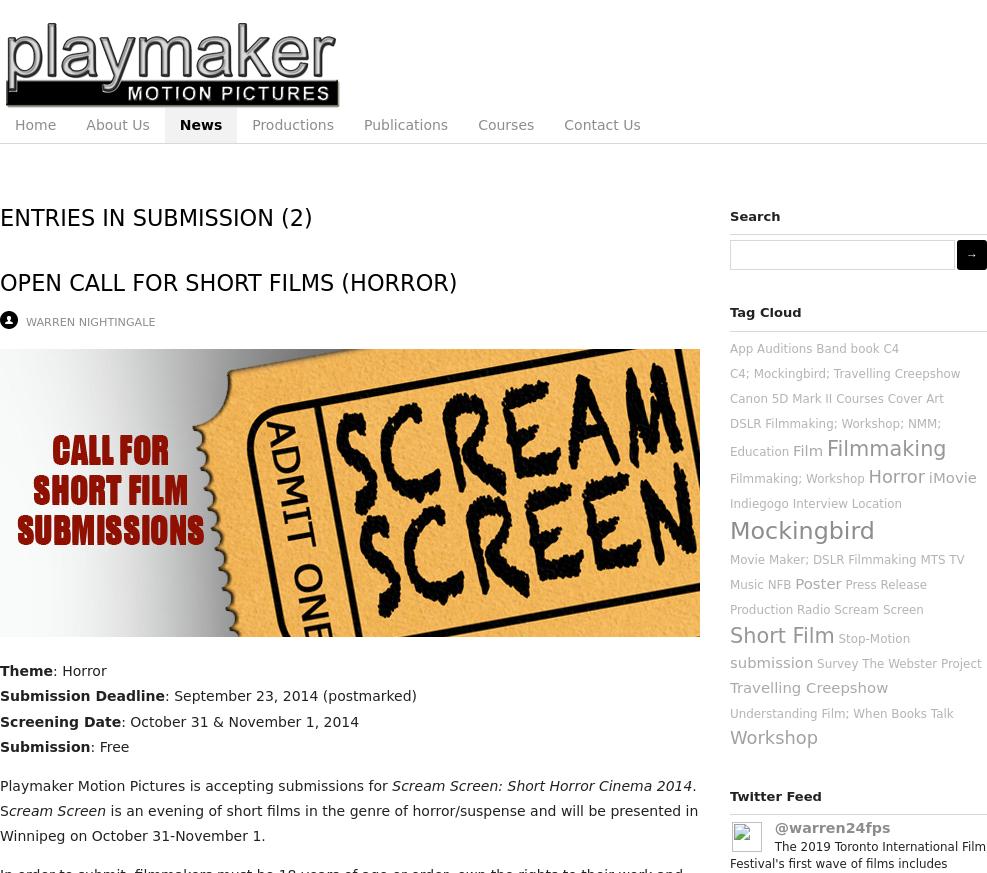 This screenshot has width=987, height=873. What do you see at coordinates (884, 583) in the screenshot?
I see `'Press Release'` at bounding box center [884, 583].